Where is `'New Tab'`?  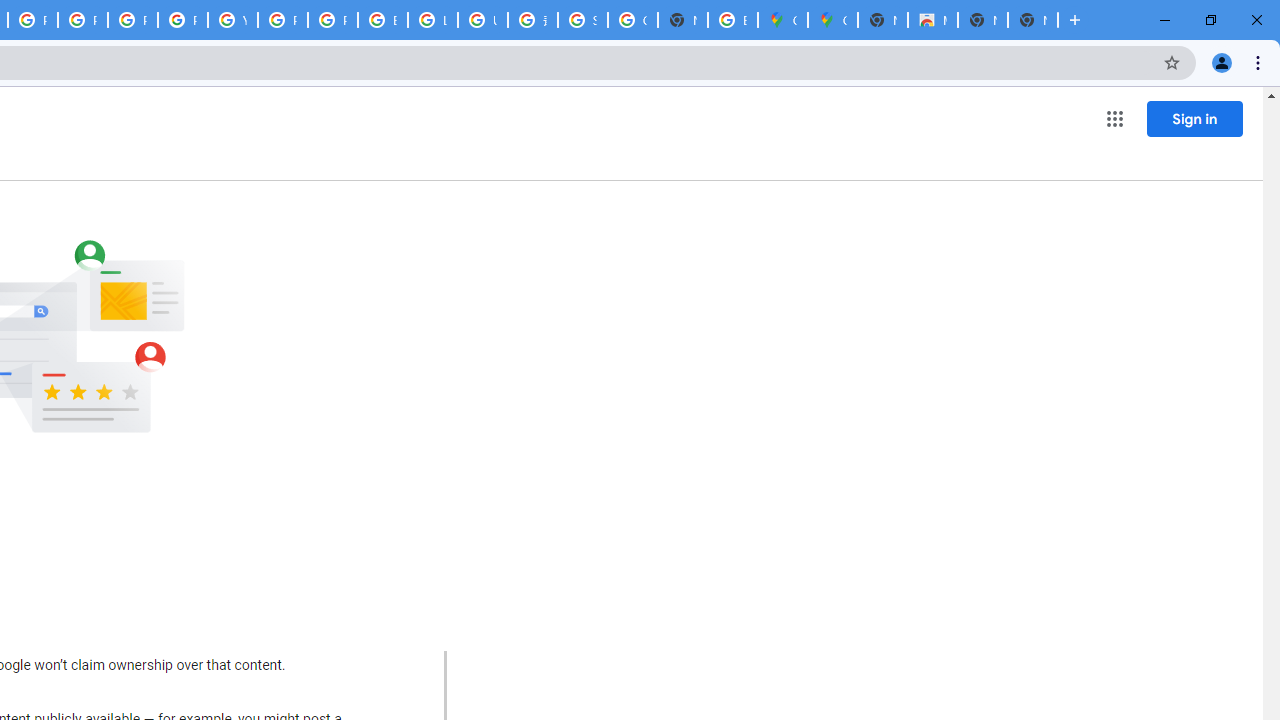
'New Tab' is located at coordinates (1032, 20).